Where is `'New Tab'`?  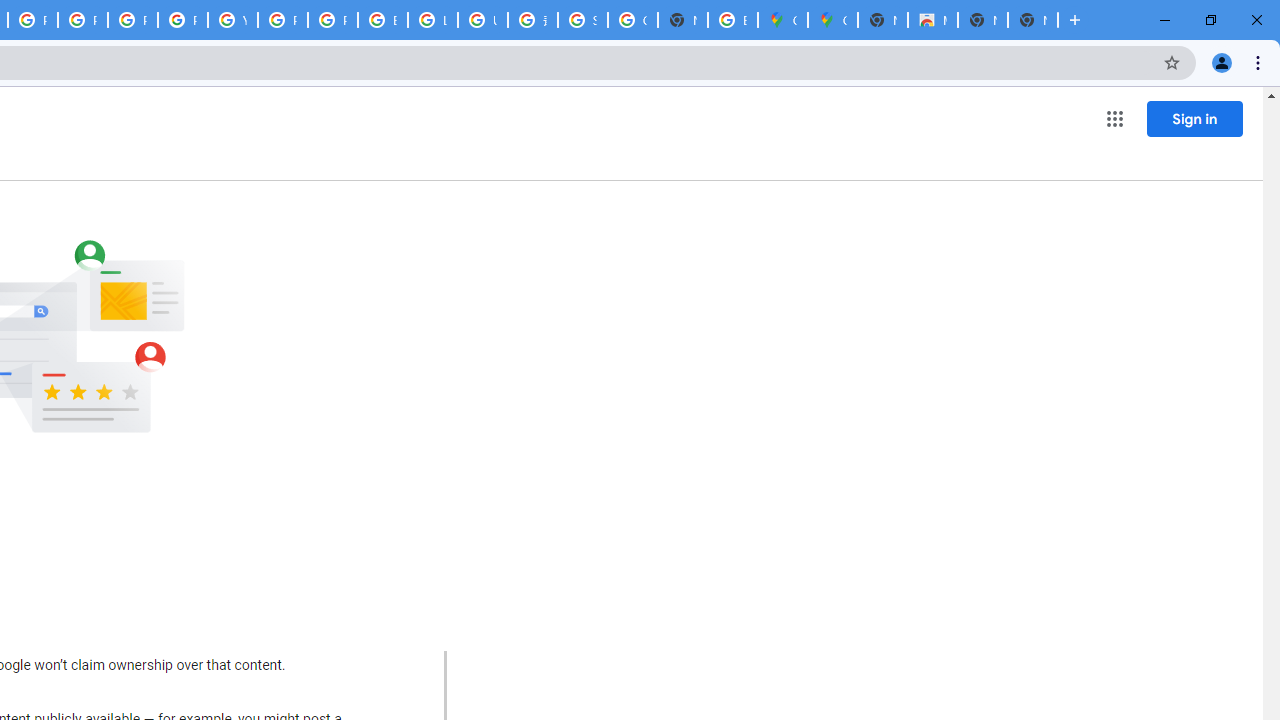
'New Tab' is located at coordinates (1032, 20).